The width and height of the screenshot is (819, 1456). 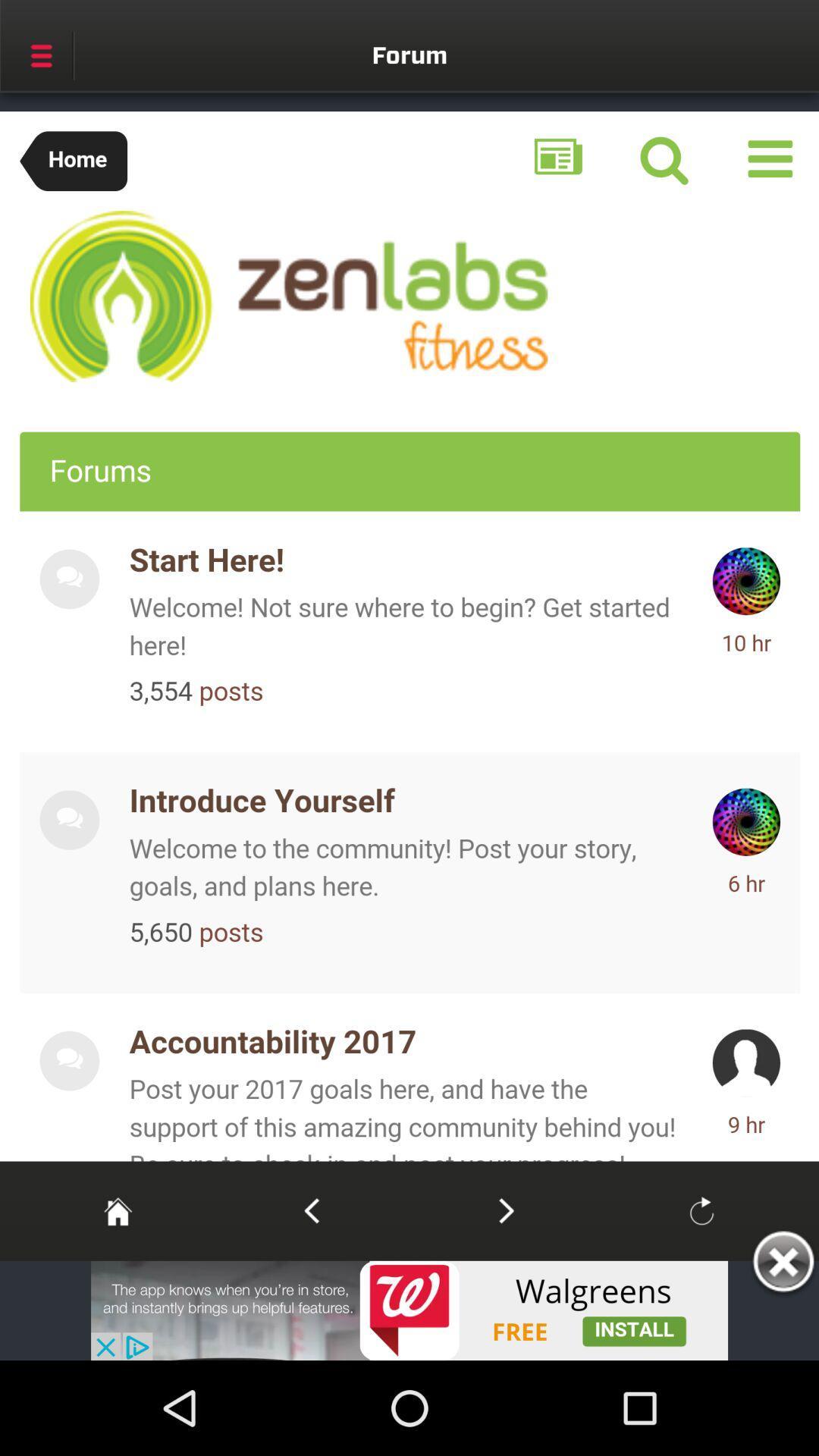 What do you see at coordinates (783, 1264) in the screenshot?
I see `the close icon` at bounding box center [783, 1264].